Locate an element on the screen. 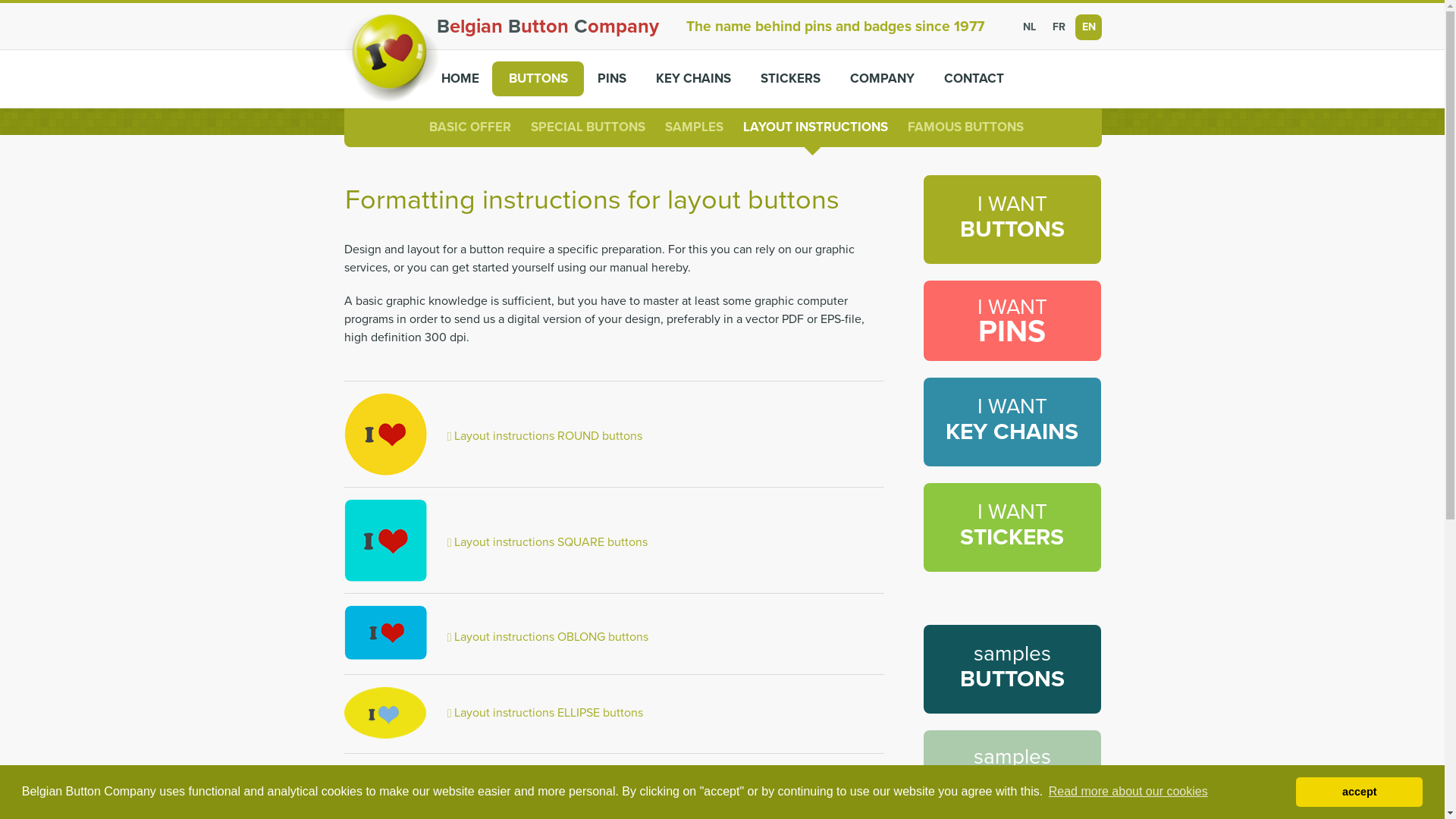 The image size is (1456, 819). 'LAYOUT INSTRUCTIONS' is located at coordinates (742, 127).